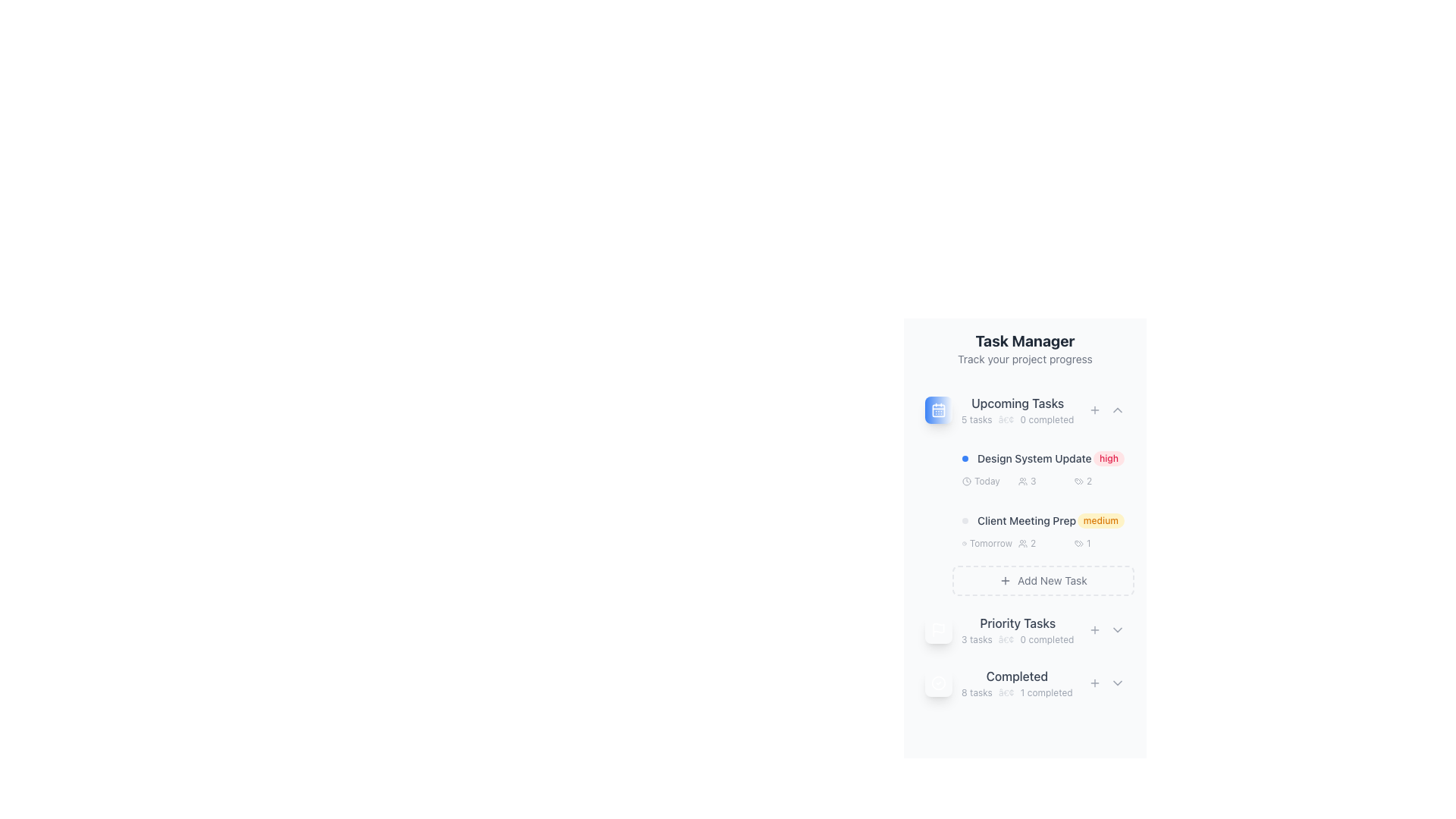 This screenshot has width=1456, height=819. What do you see at coordinates (1018, 403) in the screenshot?
I see `the heading element for upcoming tasks located just below the calendar icon and adjacent to the '+' button` at bounding box center [1018, 403].